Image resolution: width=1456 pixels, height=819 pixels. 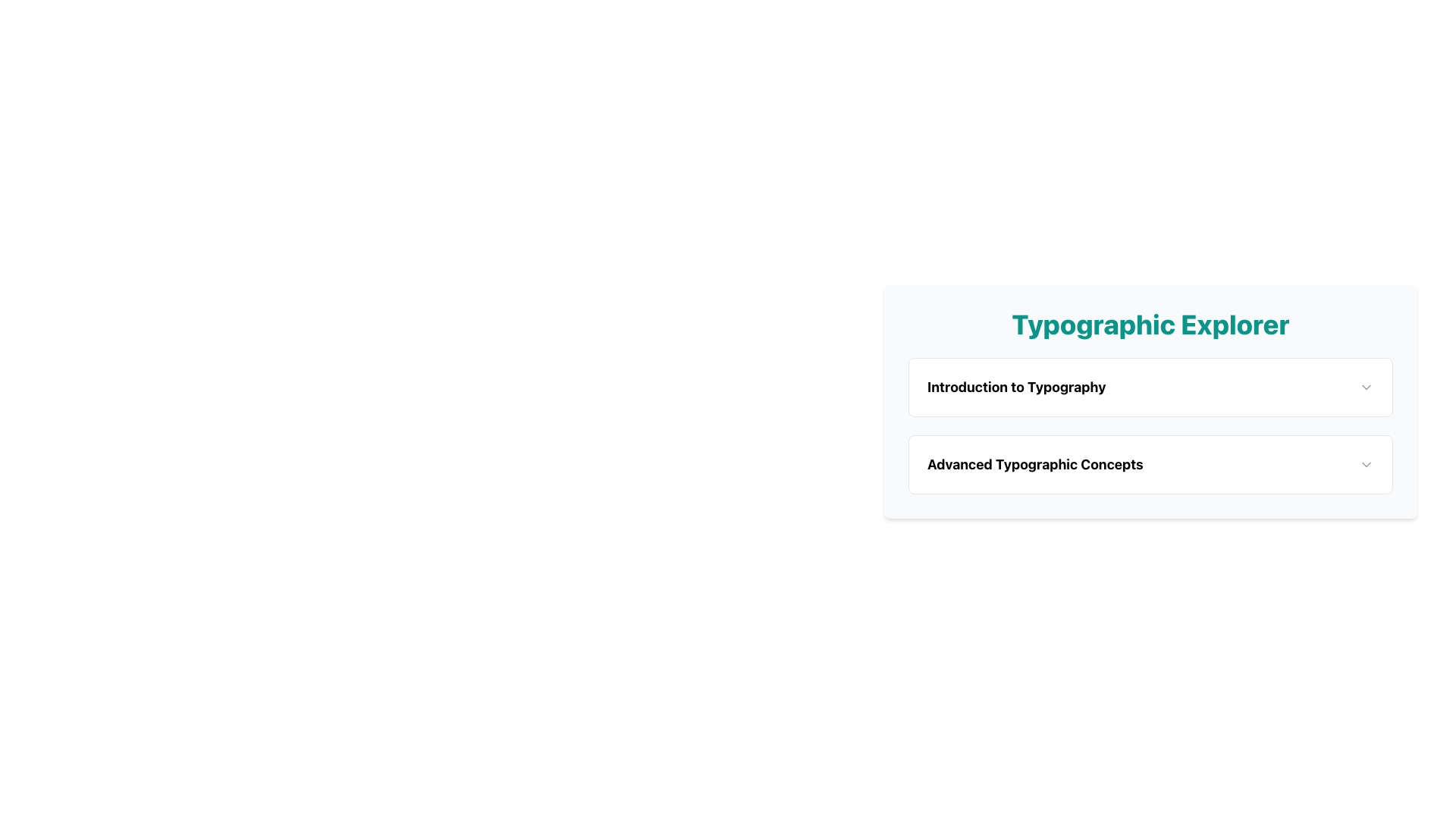 I want to click on the collapsible section heading for 'Advanced Typographic Concepts' to enhance accessibility, so click(x=1150, y=464).